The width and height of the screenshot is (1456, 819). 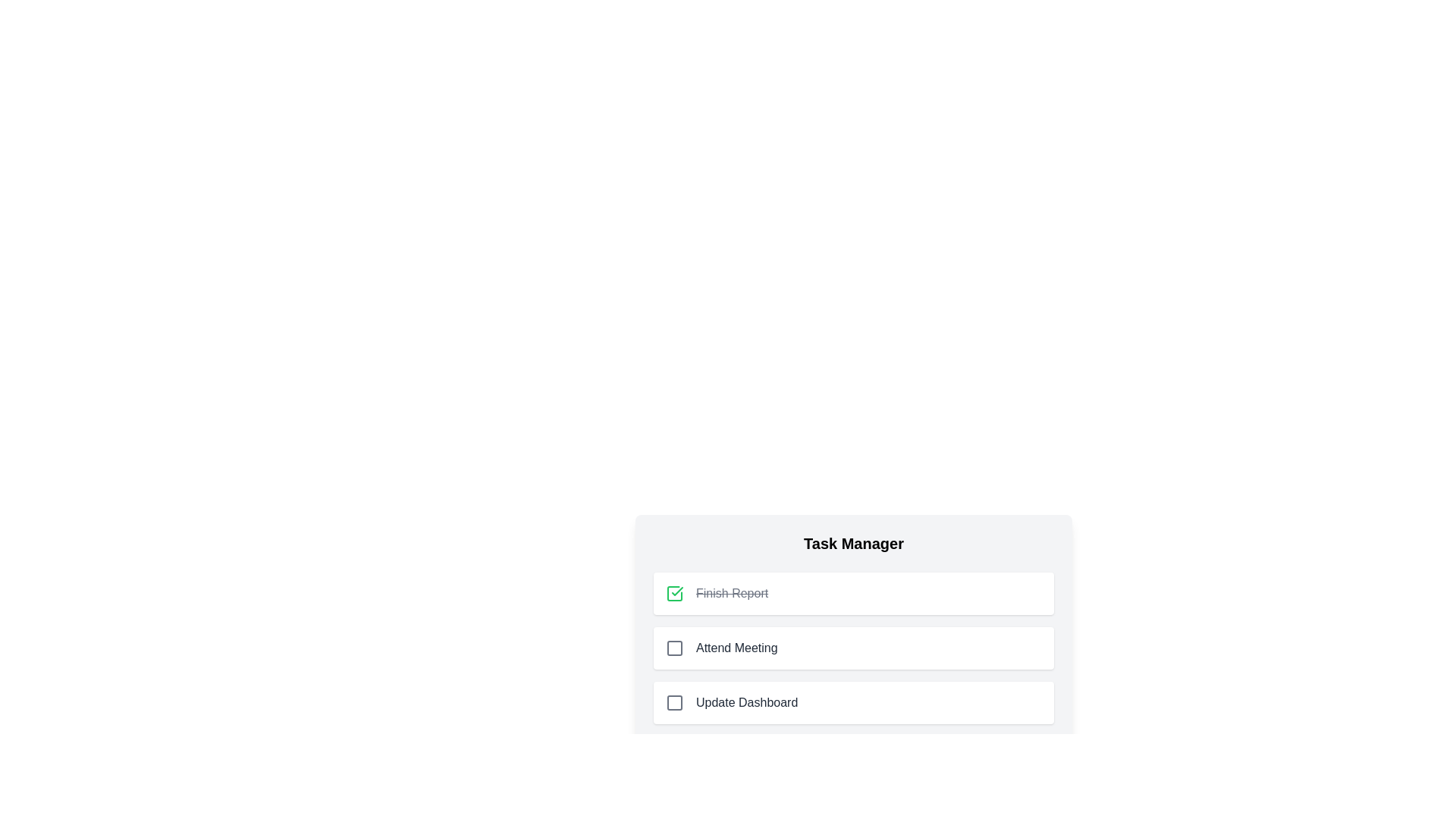 What do you see at coordinates (747, 702) in the screenshot?
I see `the text label 'Update Dashboard' in the task manager interface, which is positioned last in the vertical list beneath 'Attend Meeting'` at bounding box center [747, 702].